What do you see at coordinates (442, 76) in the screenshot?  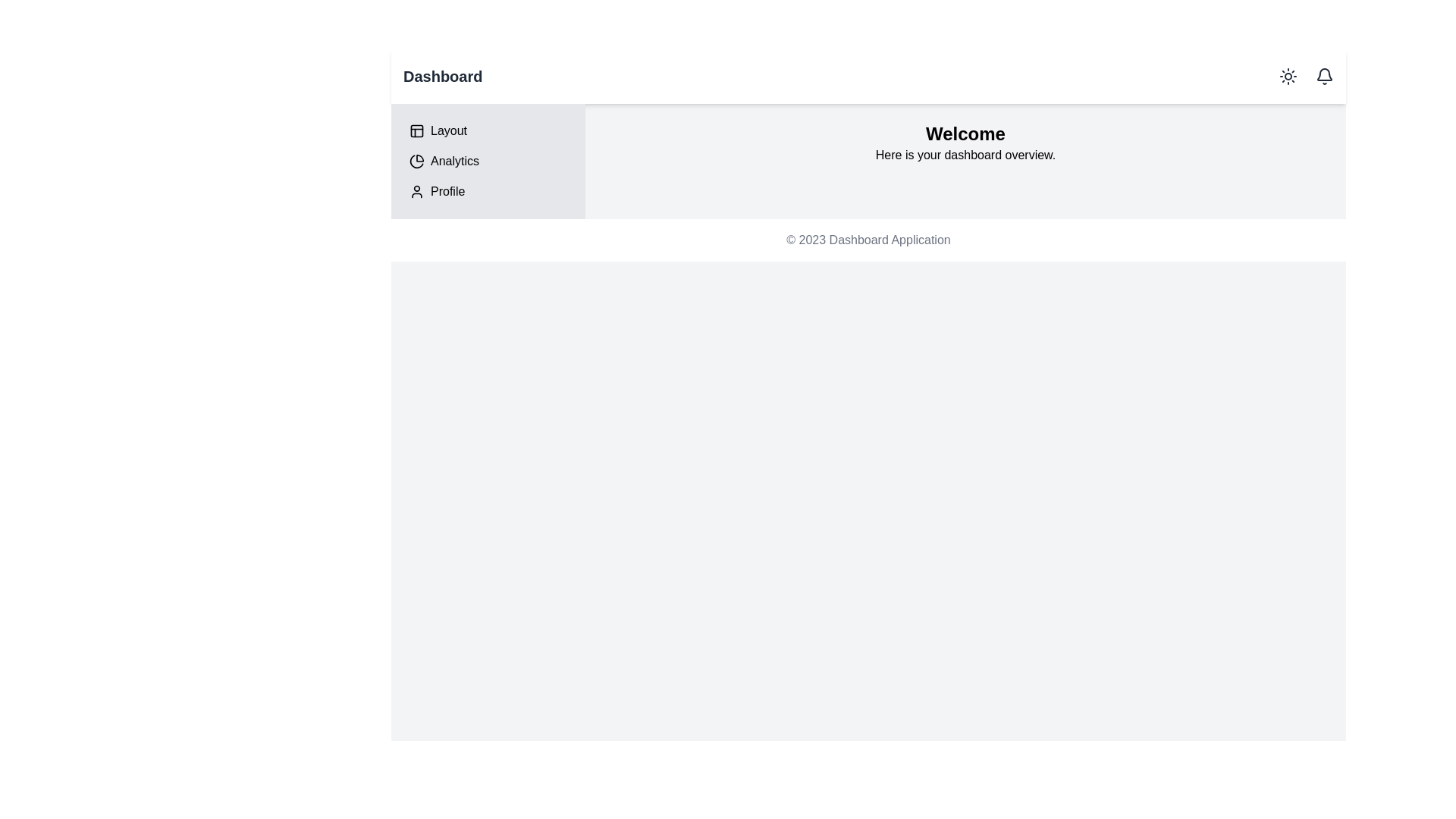 I see `the 'Dashboard' text header located in the top bar of the application interface, prominently styled in bold and large font` at bounding box center [442, 76].